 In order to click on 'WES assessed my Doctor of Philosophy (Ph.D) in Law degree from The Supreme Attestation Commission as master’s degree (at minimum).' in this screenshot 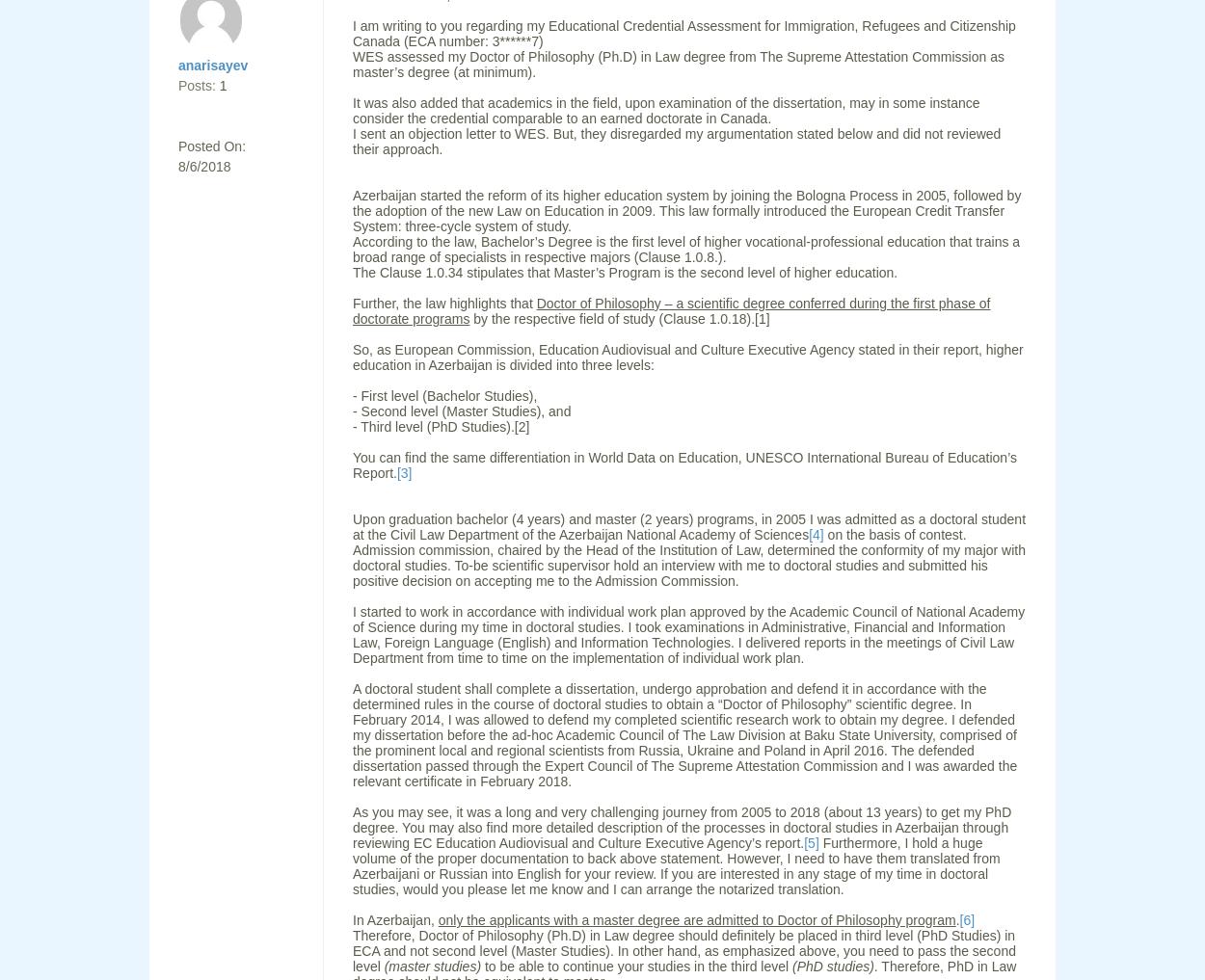, I will do `click(677, 65)`.